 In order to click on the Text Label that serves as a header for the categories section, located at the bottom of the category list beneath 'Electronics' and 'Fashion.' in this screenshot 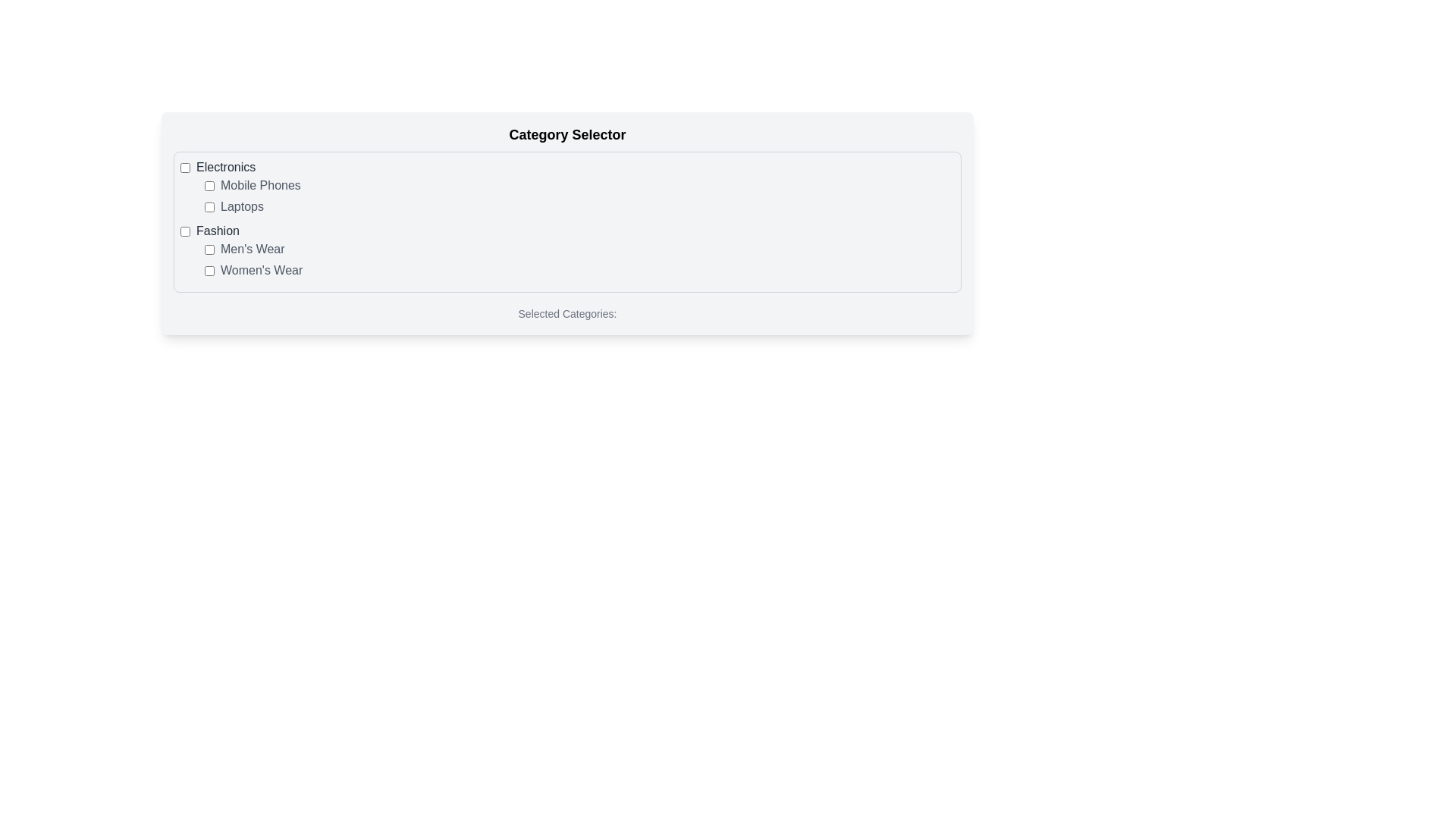, I will do `click(566, 312)`.